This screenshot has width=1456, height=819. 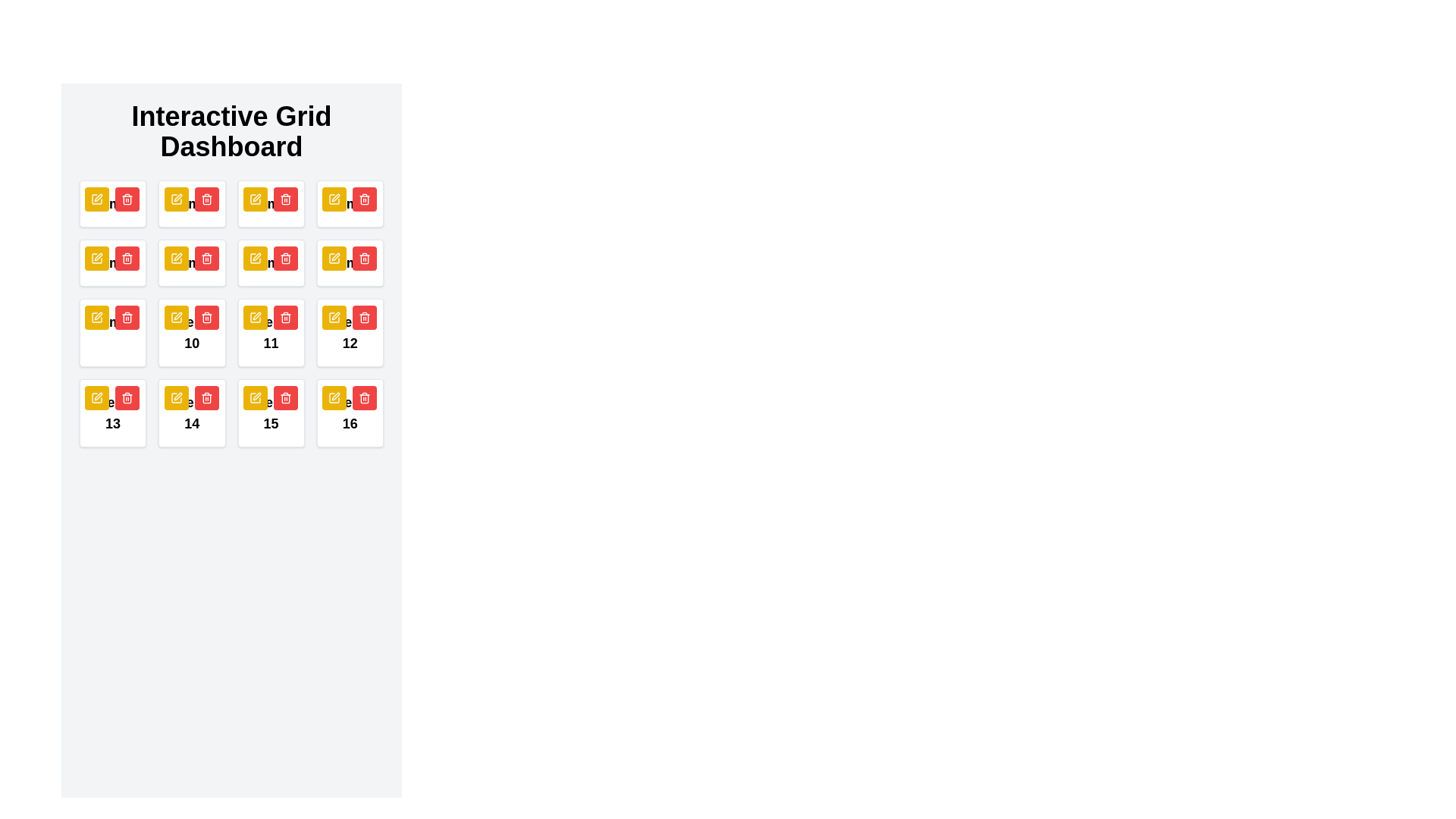 What do you see at coordinates (206, 259) in the screenshot?
I see `the trash icon, which is the rightmost button in the group of three buttons at the top-right corner of the 'Interactive Grid Dashboard'` at bounding box center [206, 259].